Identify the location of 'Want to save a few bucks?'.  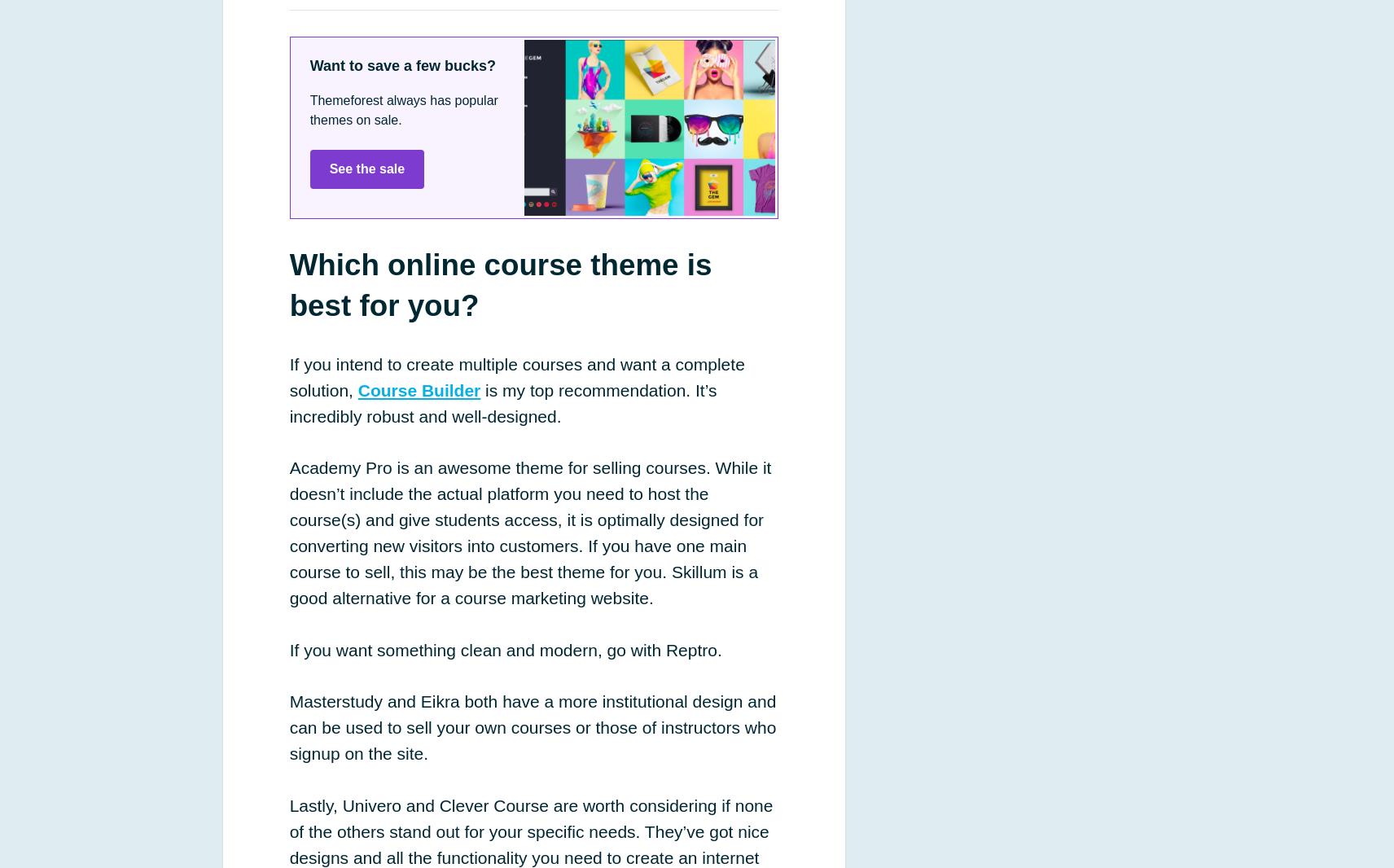
(401, 64).